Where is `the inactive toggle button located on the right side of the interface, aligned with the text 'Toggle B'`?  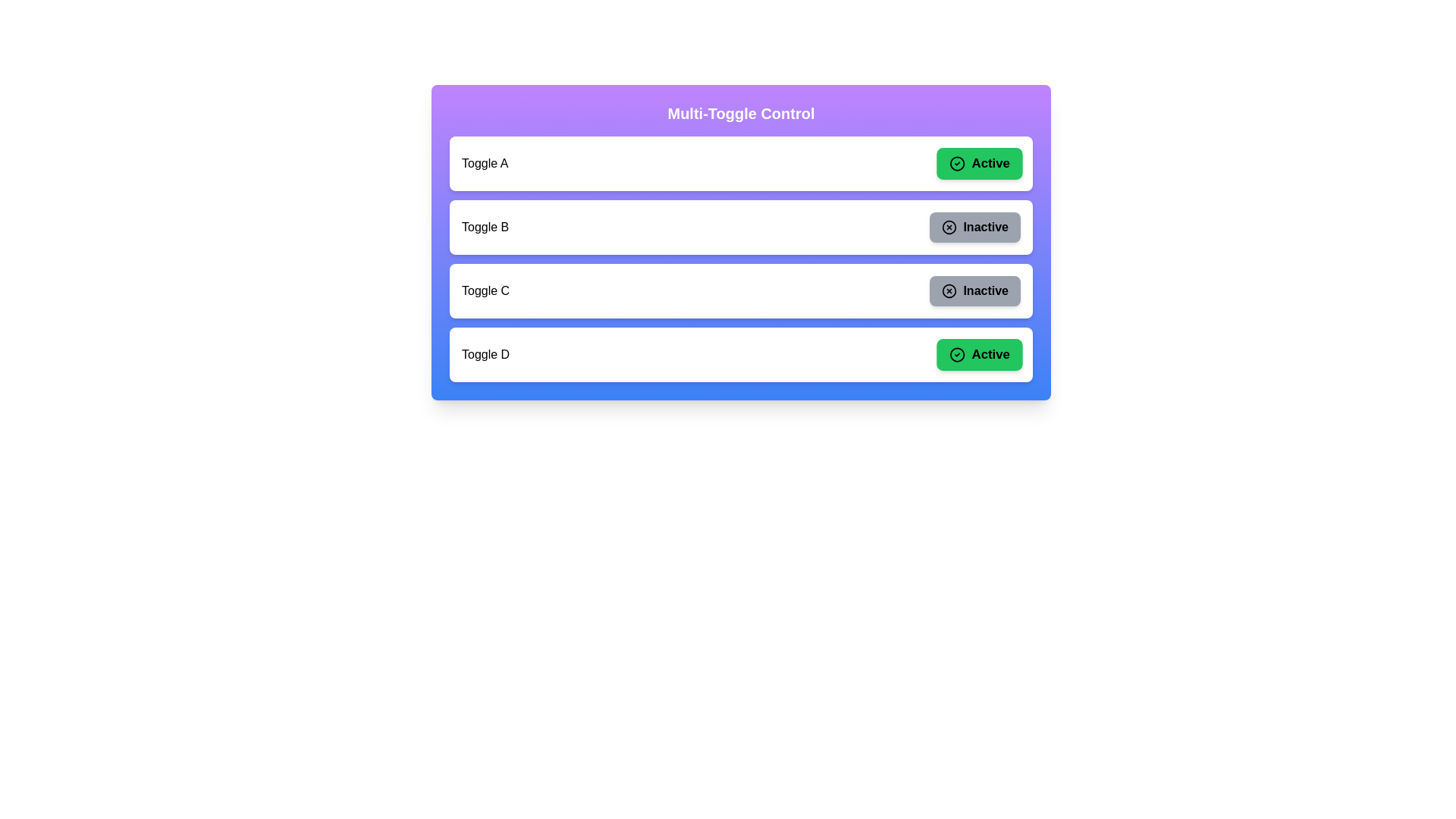
the inactive toggle button located on the right side of the interface, aligned with the text 'Toggle B' is located at coordinates (975, 227).